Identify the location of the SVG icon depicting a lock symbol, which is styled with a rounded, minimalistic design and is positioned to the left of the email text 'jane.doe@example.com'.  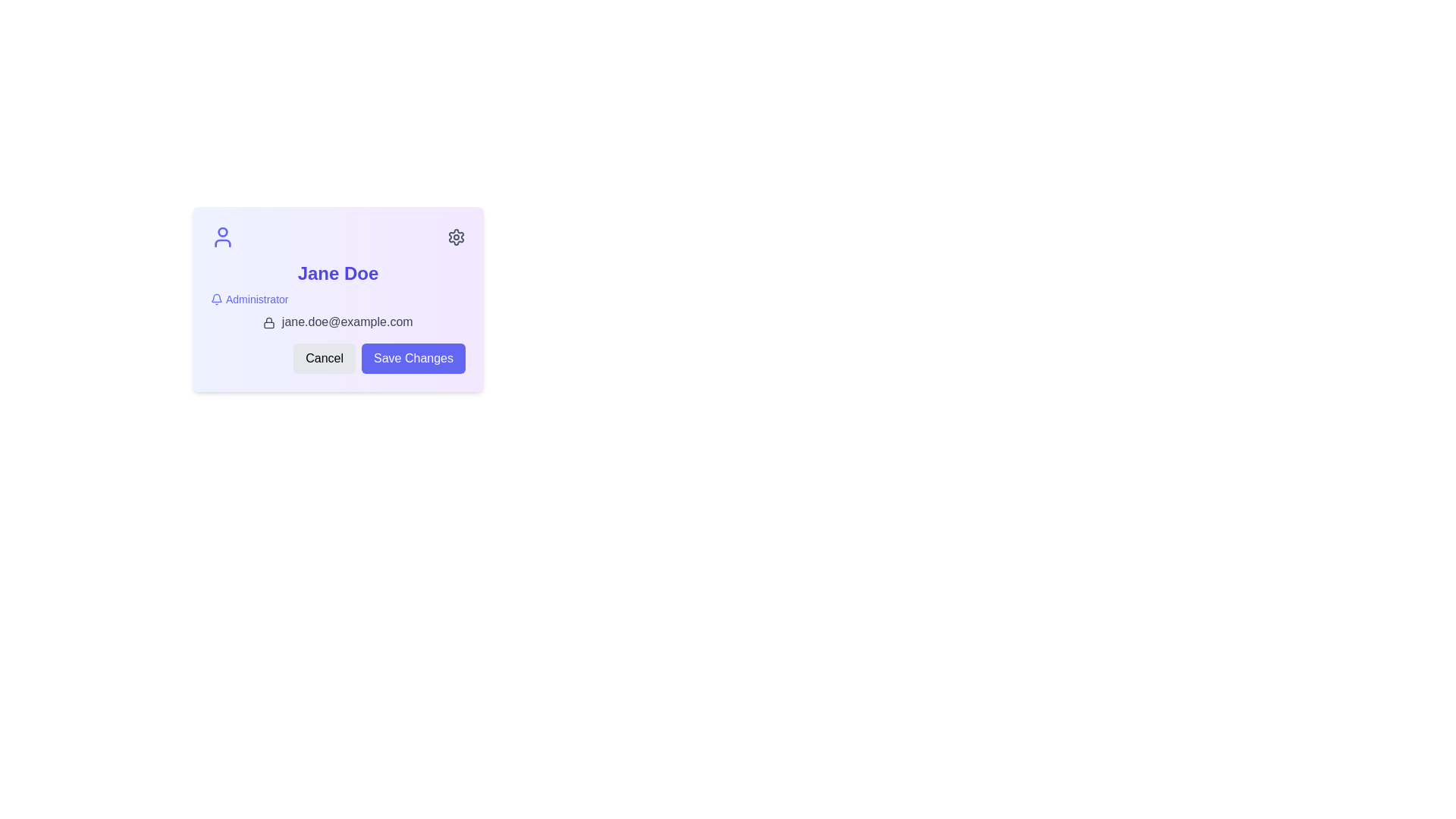
(269, 322).